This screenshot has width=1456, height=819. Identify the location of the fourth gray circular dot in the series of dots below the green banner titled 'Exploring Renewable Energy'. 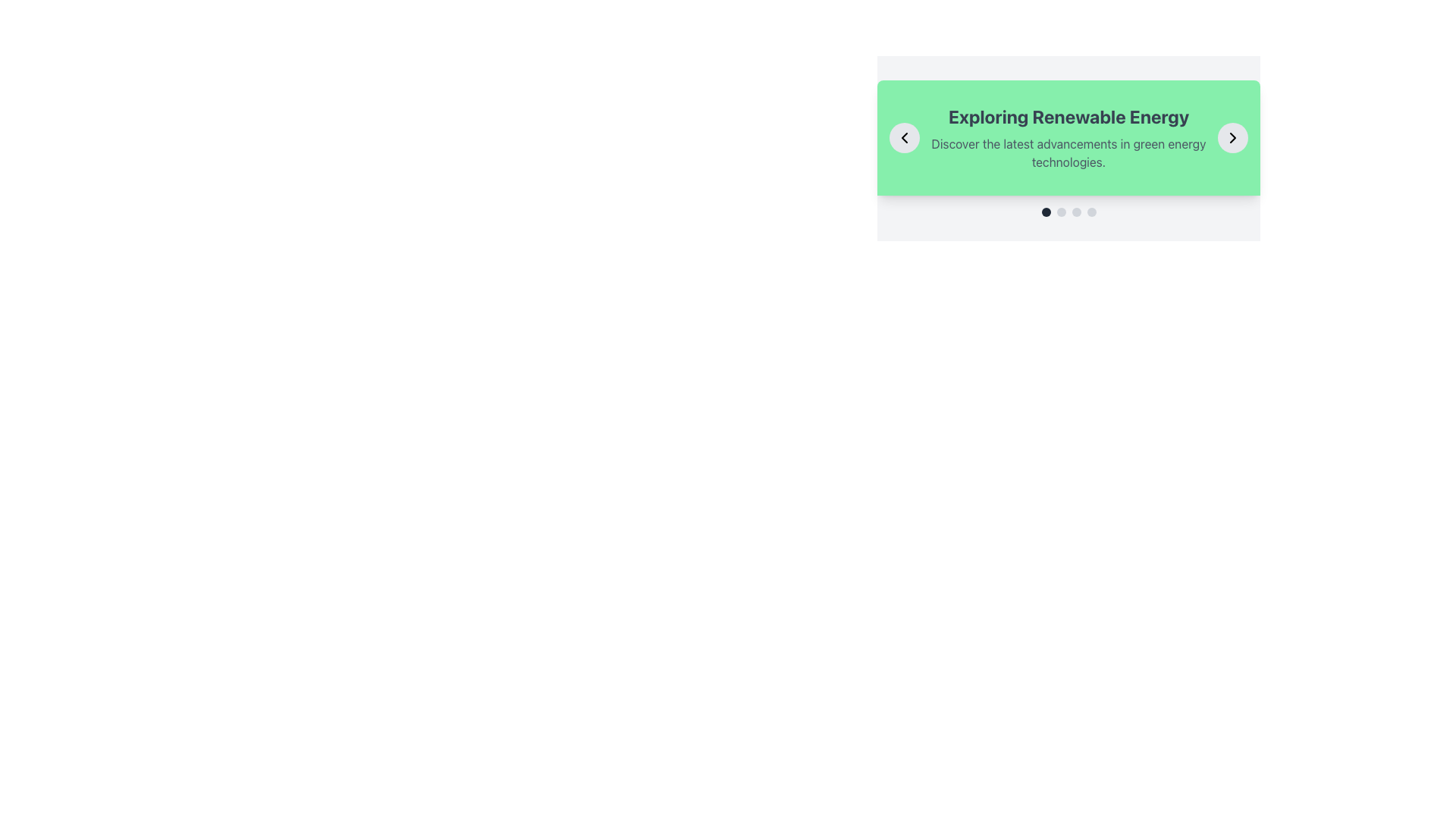
(1090, 212).